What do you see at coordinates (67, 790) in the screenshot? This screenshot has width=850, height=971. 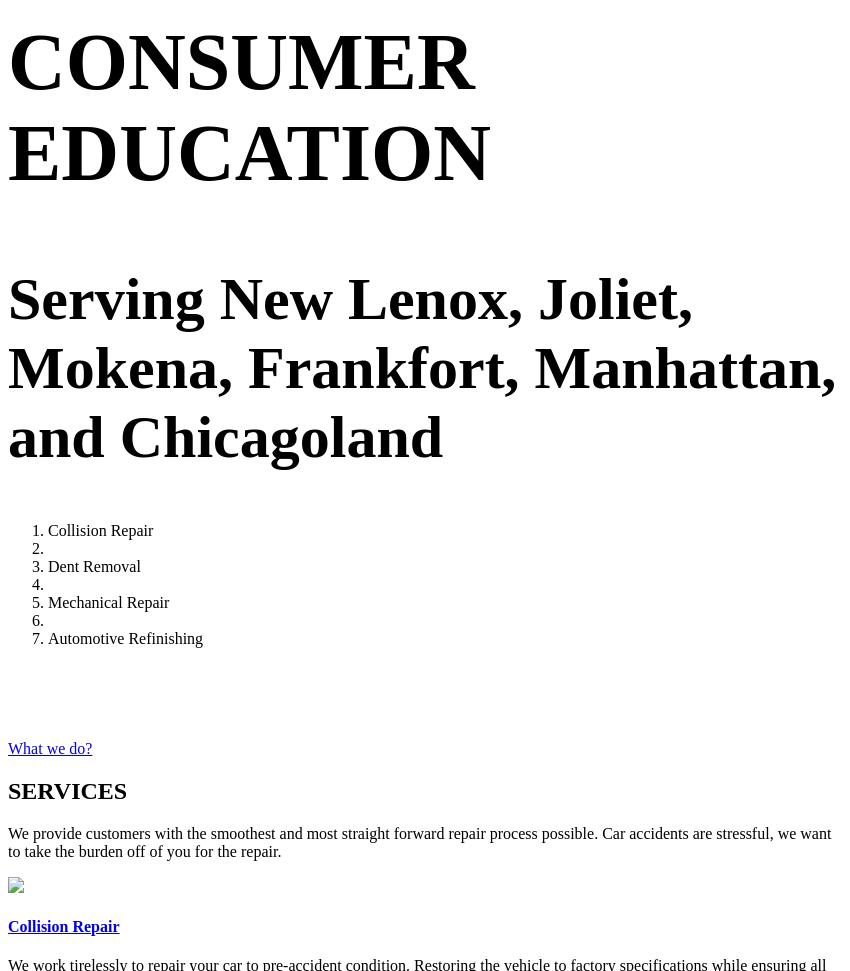 I see `'SERVICES'` at bounding box center [67, 790].